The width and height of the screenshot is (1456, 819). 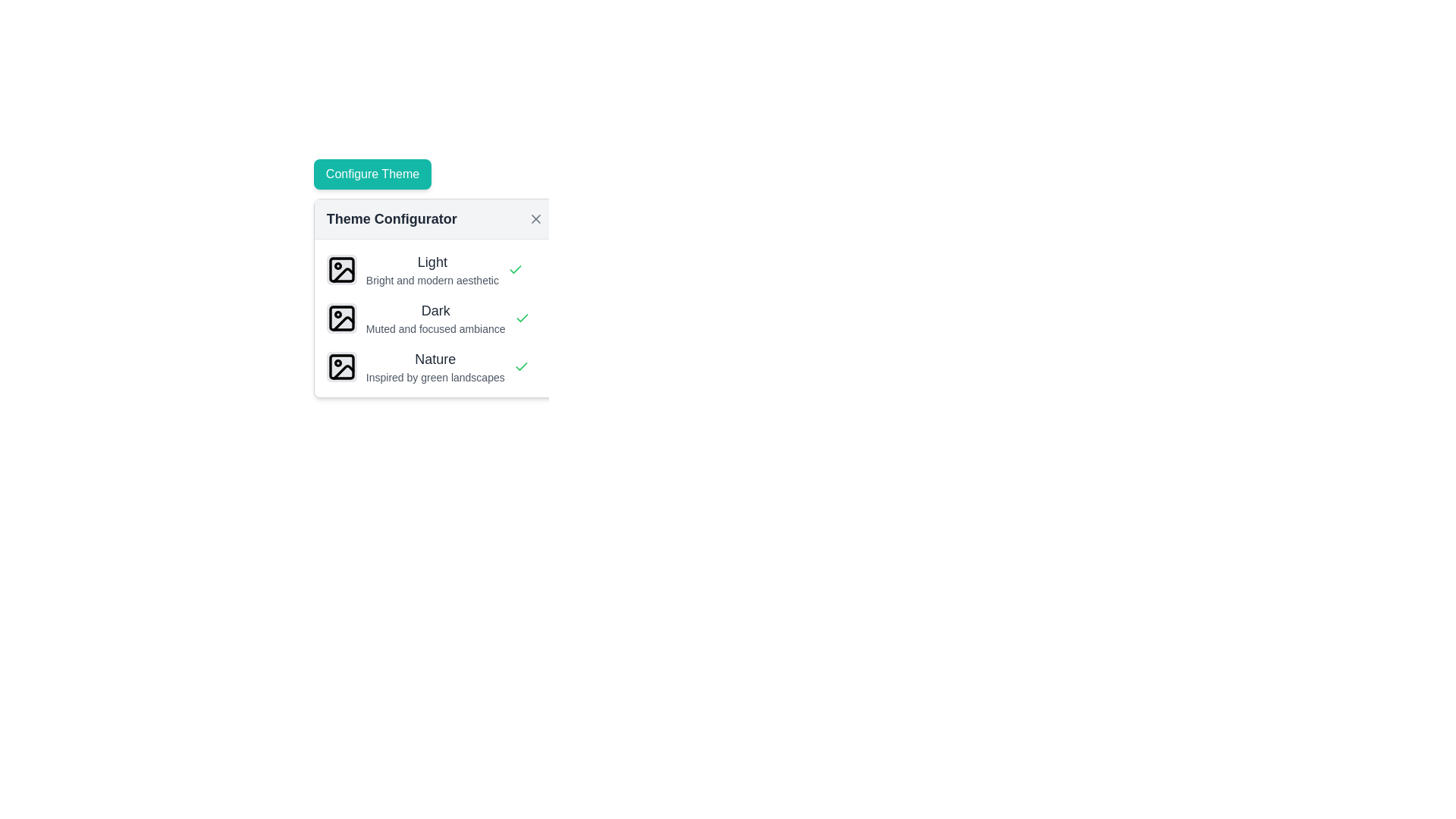 What do you see at coordinates (431, 268) in the screenshot?
I see `the descriptive text element in the 'Theme Configurator' panel that provides information about the 'Light' theme, located at the top left corner of the list` at bounding box center [431, 268].